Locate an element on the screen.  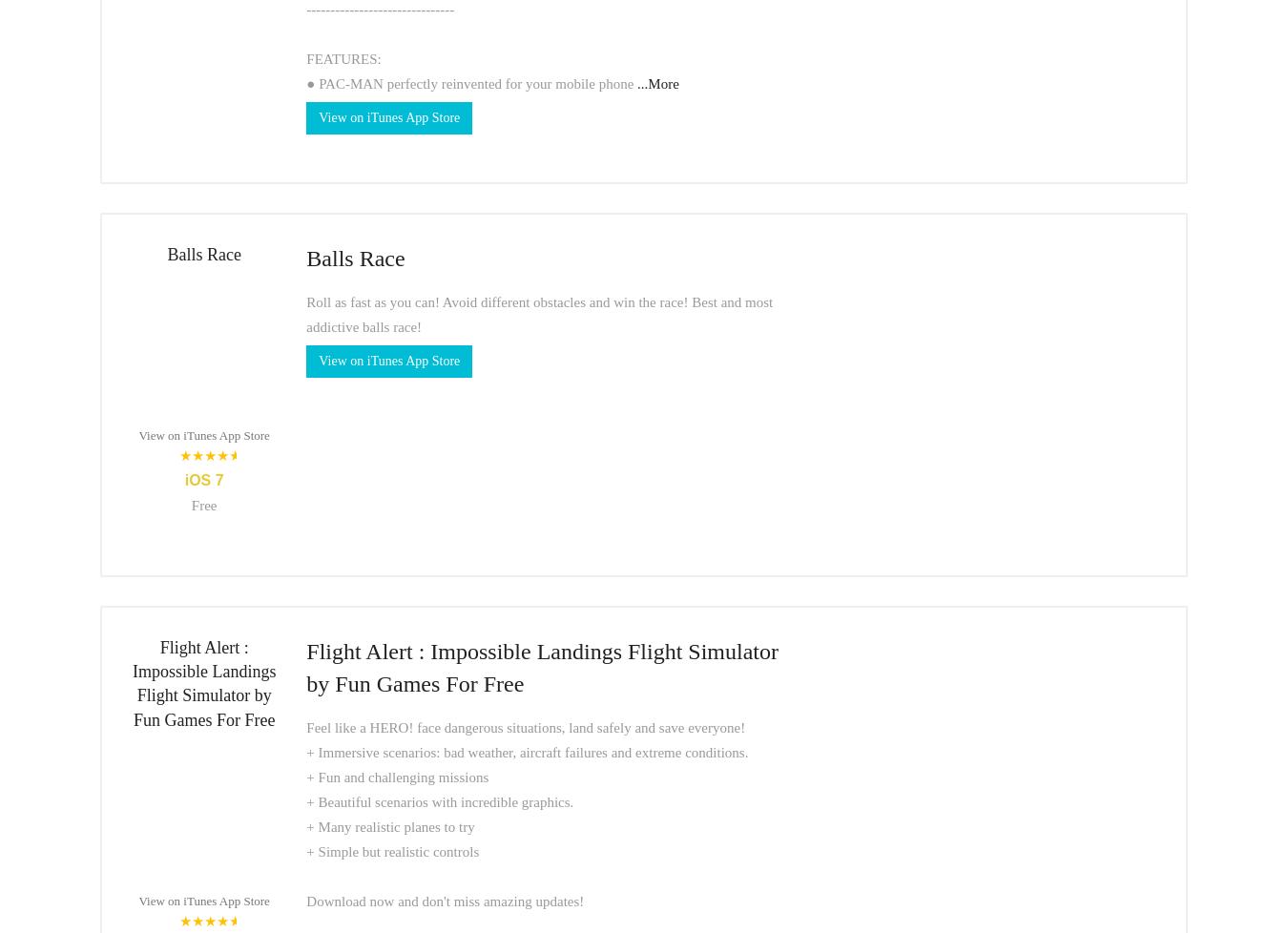
'+ Immersive scenarios: bad weather, aircraft failures and extreme conditions.' is located at coordinates (526, 751).